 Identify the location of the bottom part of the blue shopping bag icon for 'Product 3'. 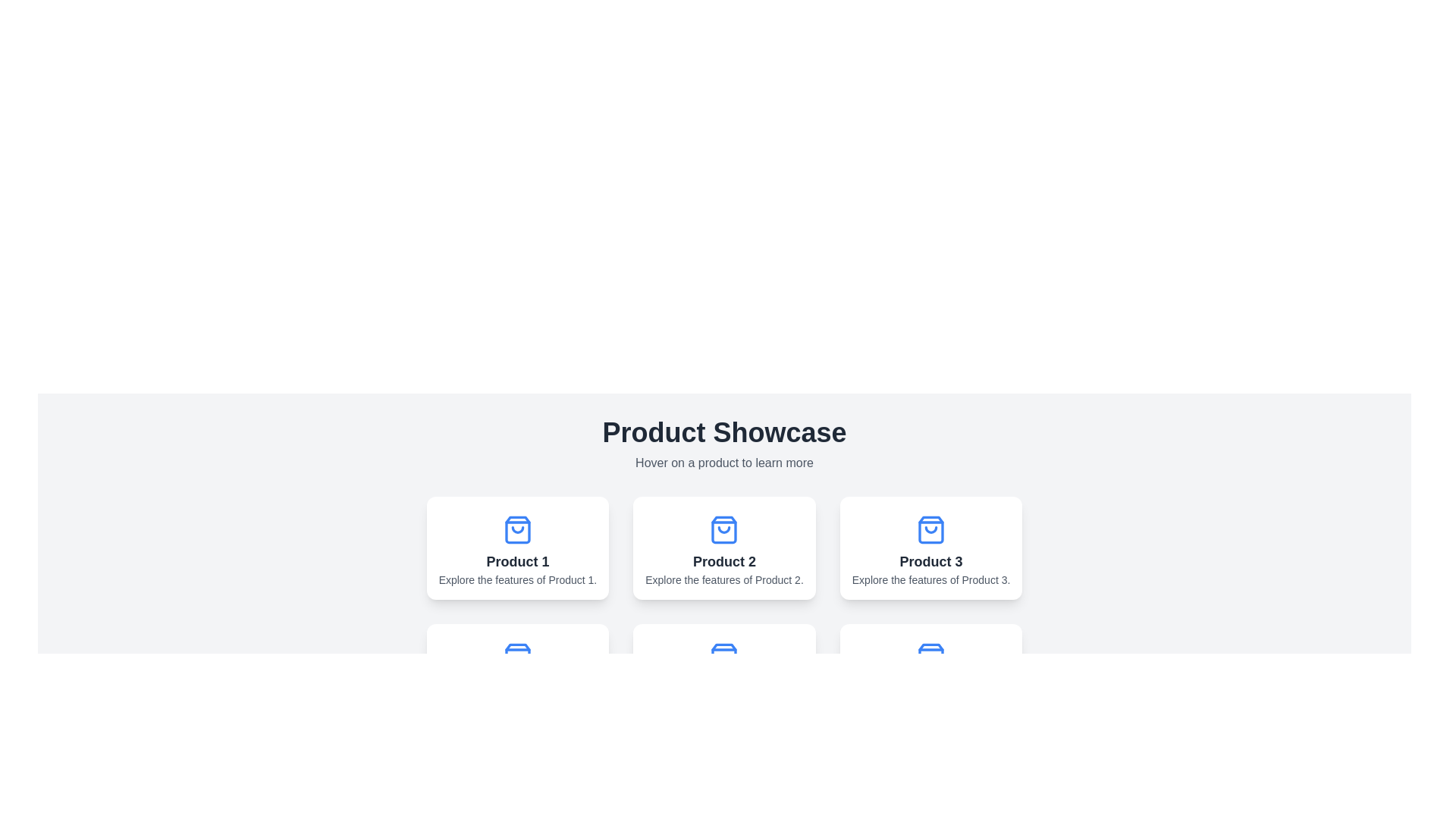
(930, 529).